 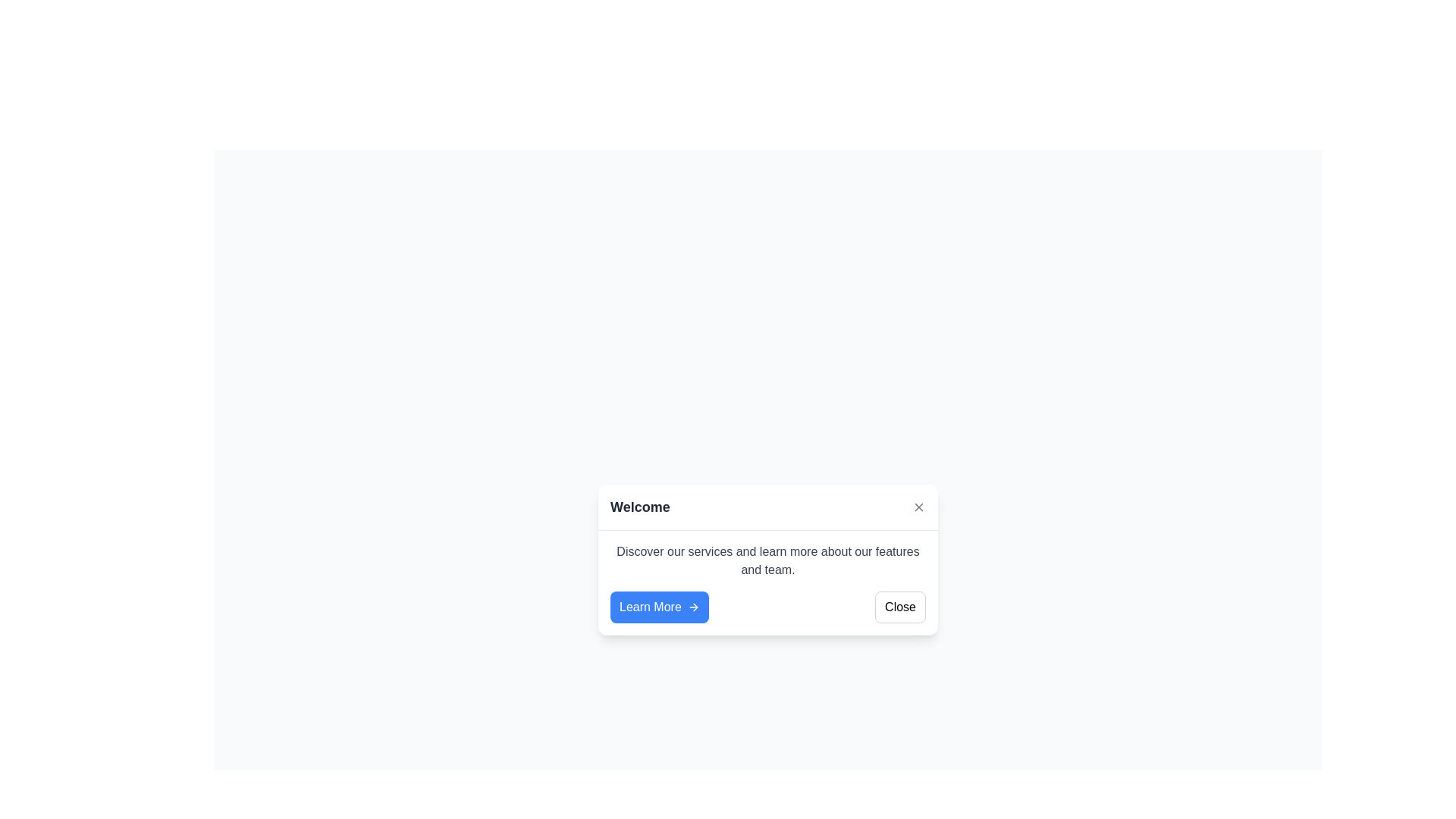 I want to click on the 'Close' button, so click(x=900, y=606).